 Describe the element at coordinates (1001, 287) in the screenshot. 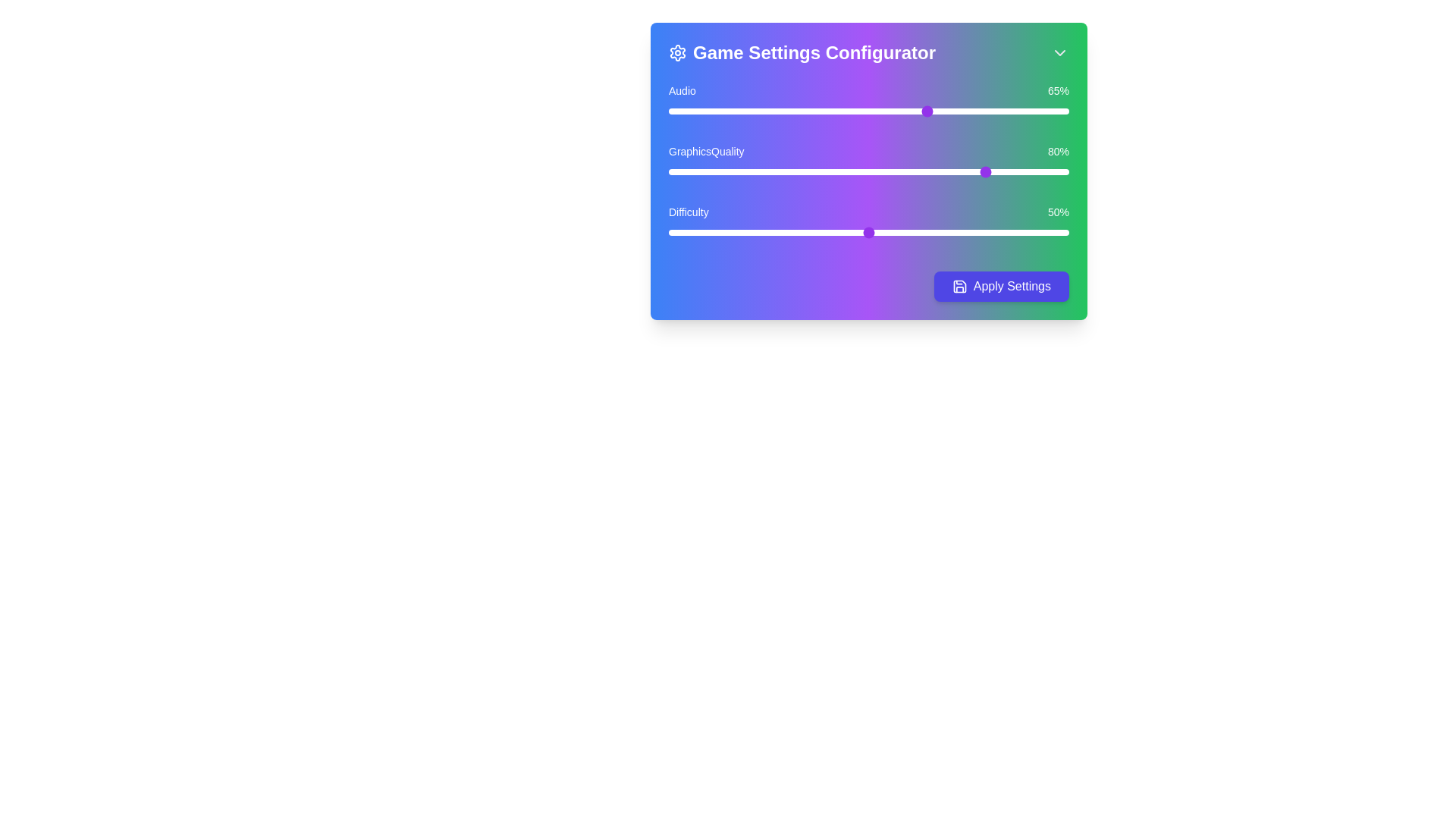

I see `the 'Apply Settings' button with a vibrant indigo background and a save icon to apply the settings` at that location.